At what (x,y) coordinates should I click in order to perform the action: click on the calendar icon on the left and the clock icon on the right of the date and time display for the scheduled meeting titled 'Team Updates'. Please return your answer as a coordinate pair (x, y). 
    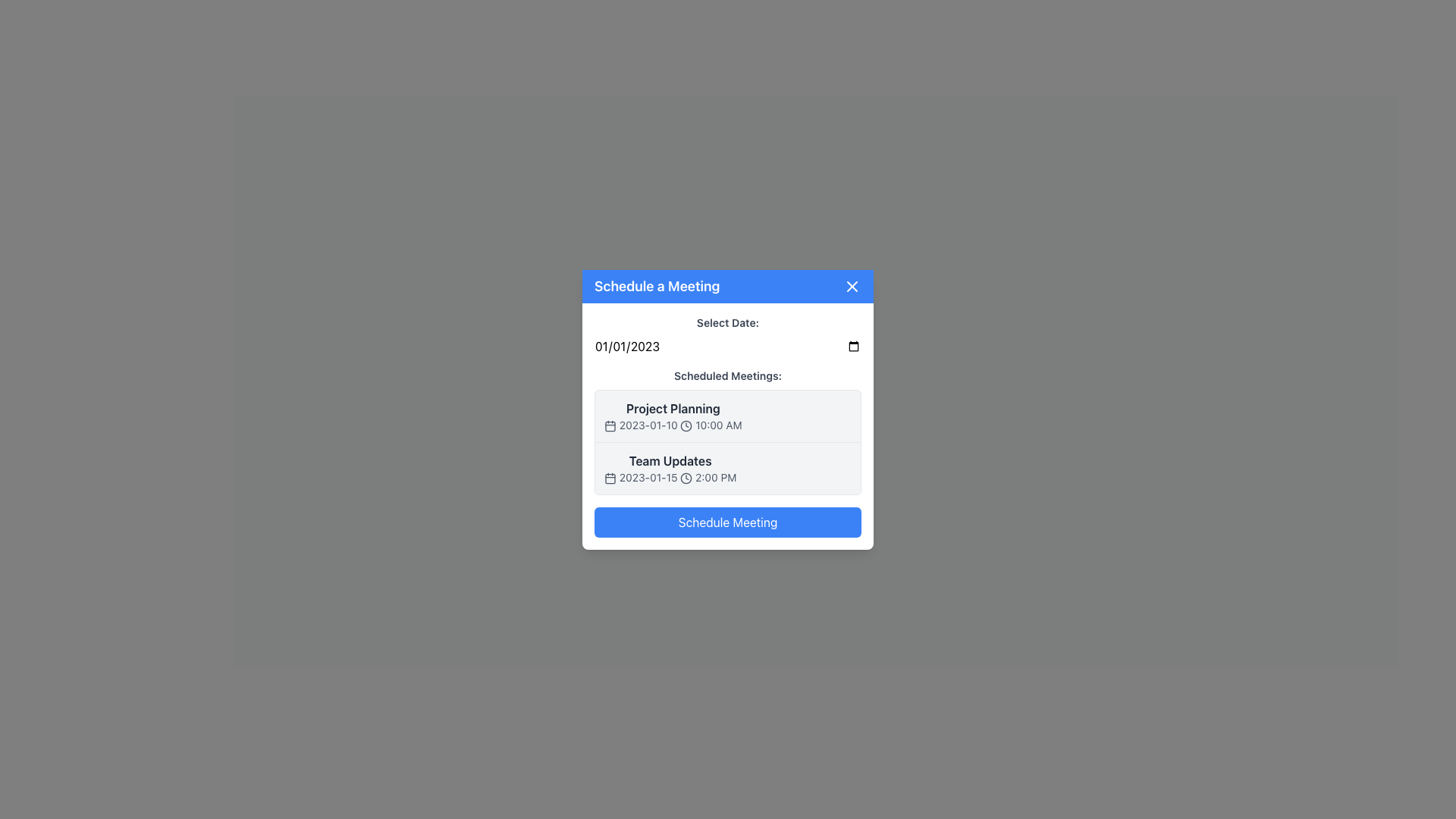
    Looking at the image, I should click on (670, 476).